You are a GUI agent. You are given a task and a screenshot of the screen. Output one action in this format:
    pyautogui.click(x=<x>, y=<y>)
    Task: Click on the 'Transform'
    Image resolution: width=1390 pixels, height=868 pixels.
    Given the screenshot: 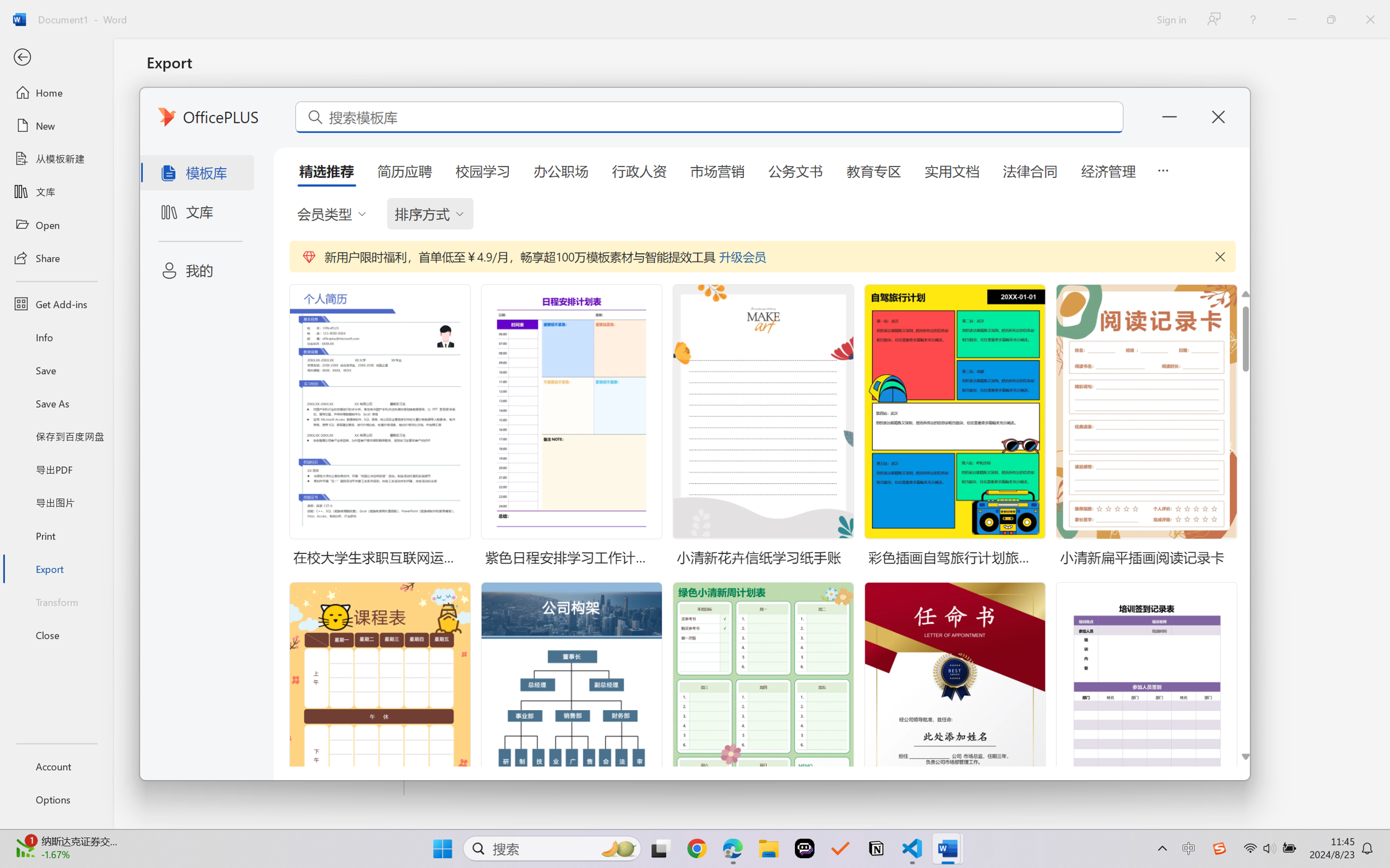 What is the action you would take?
    pyautogui.click(x=56, y=600)
    